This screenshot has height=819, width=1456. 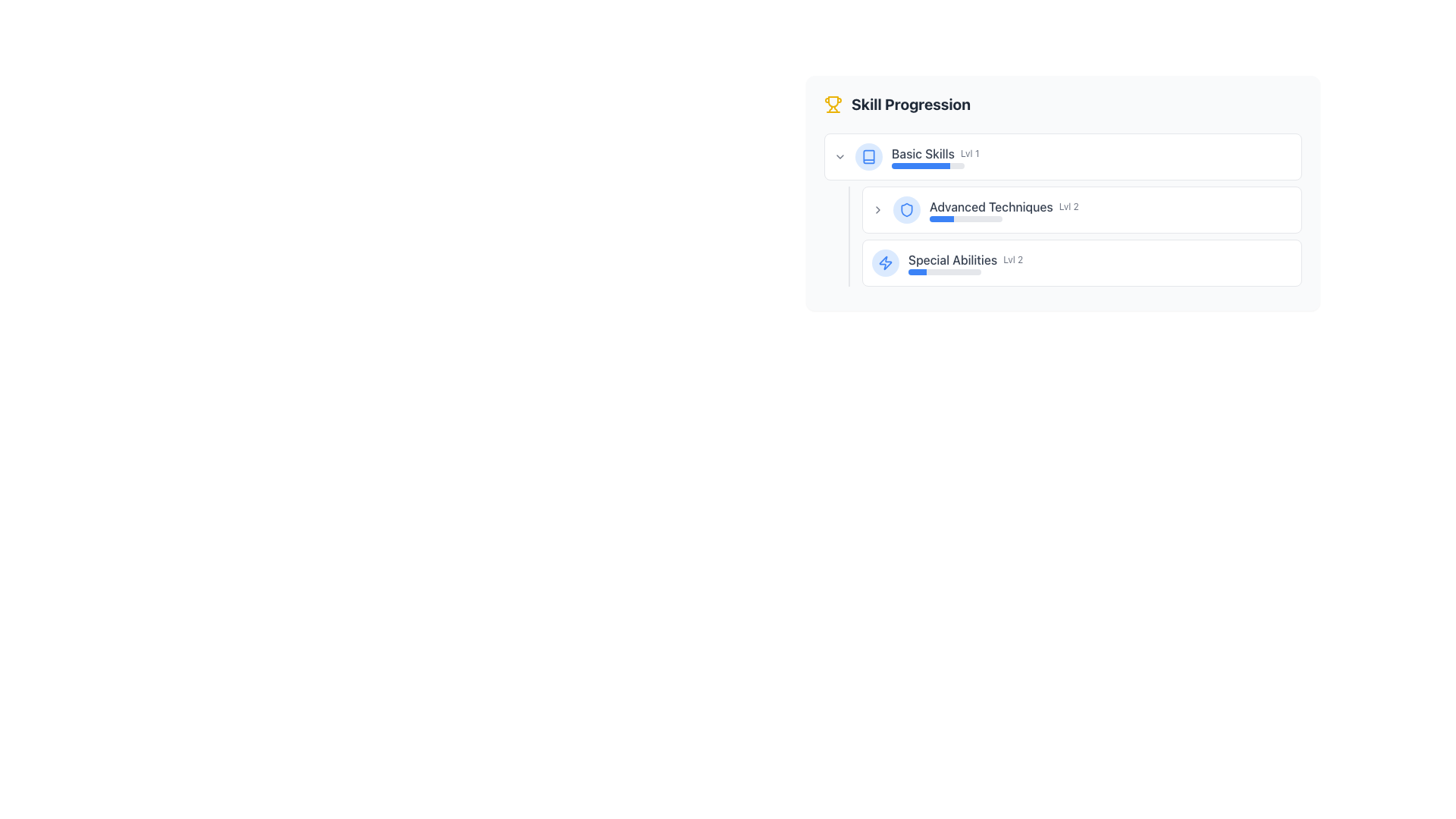 I want to click on the Progress bar segment indicating one-third completion of the 'Advanced Techniques' skill next to the 'Advanced Techniques Lv 2' label, so click(x=941, y=219).